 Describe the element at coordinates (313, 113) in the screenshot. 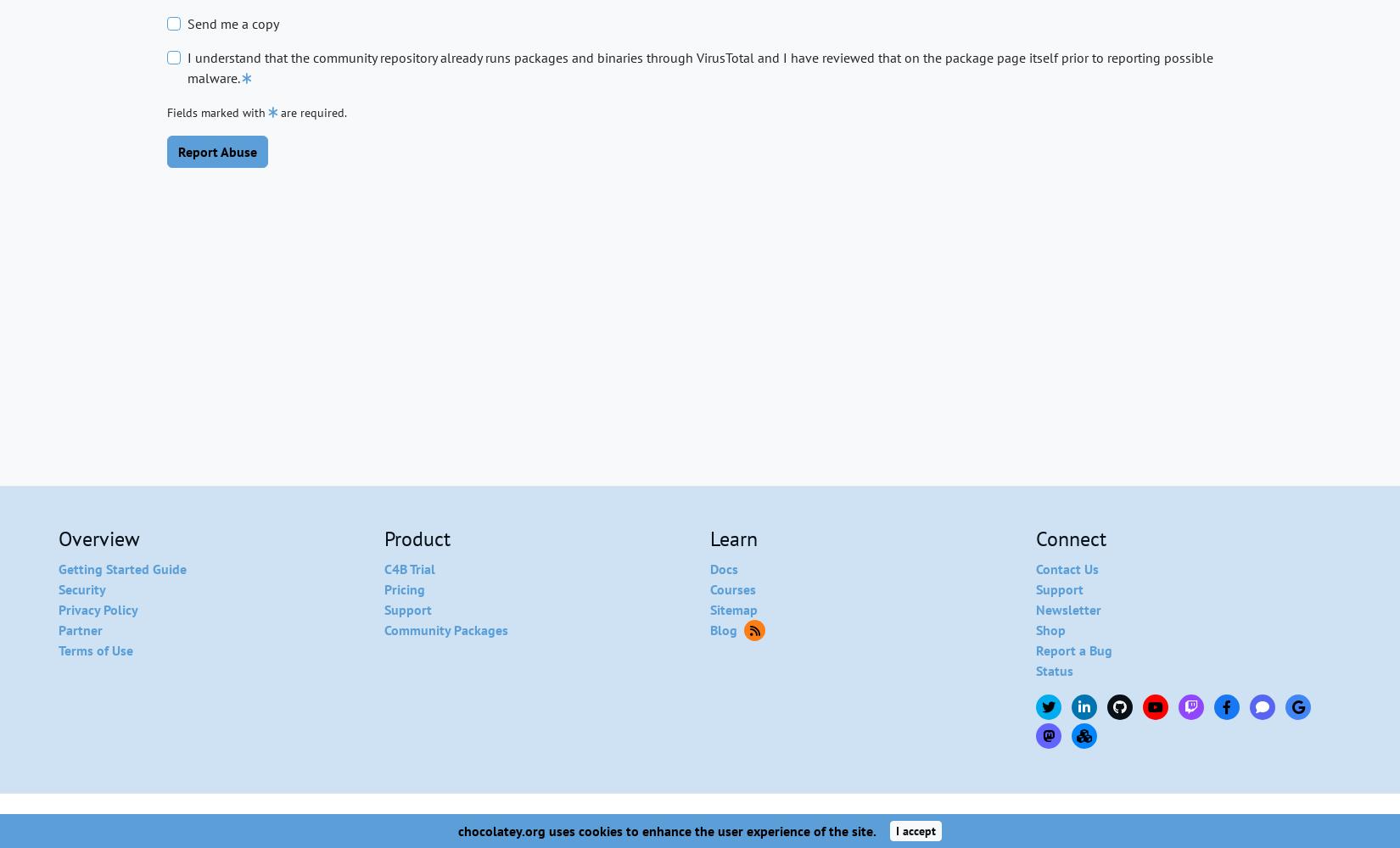

I see `'are required.'` at that location.